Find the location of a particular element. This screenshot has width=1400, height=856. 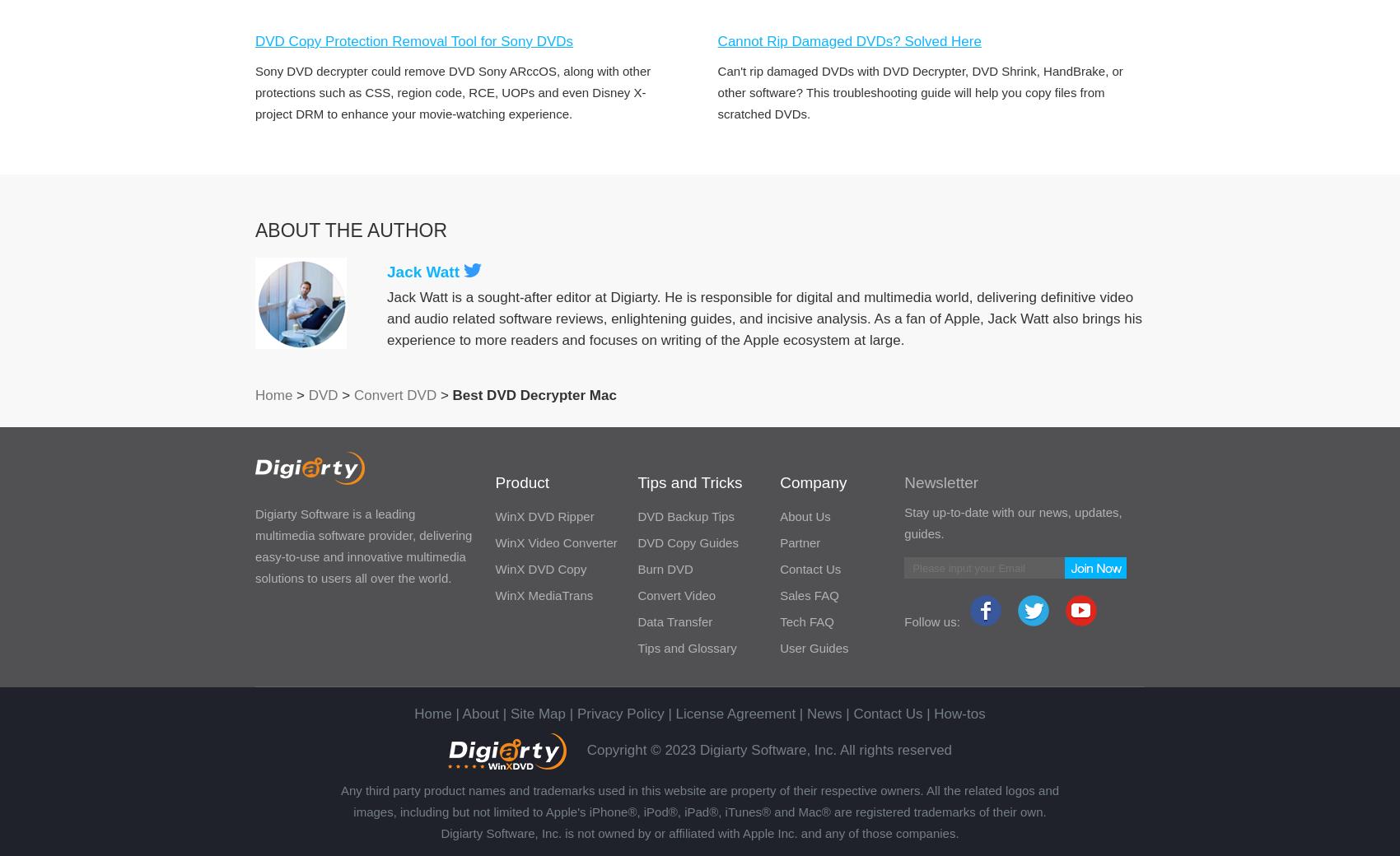

'About Us' is located at coordinates (804, 515).